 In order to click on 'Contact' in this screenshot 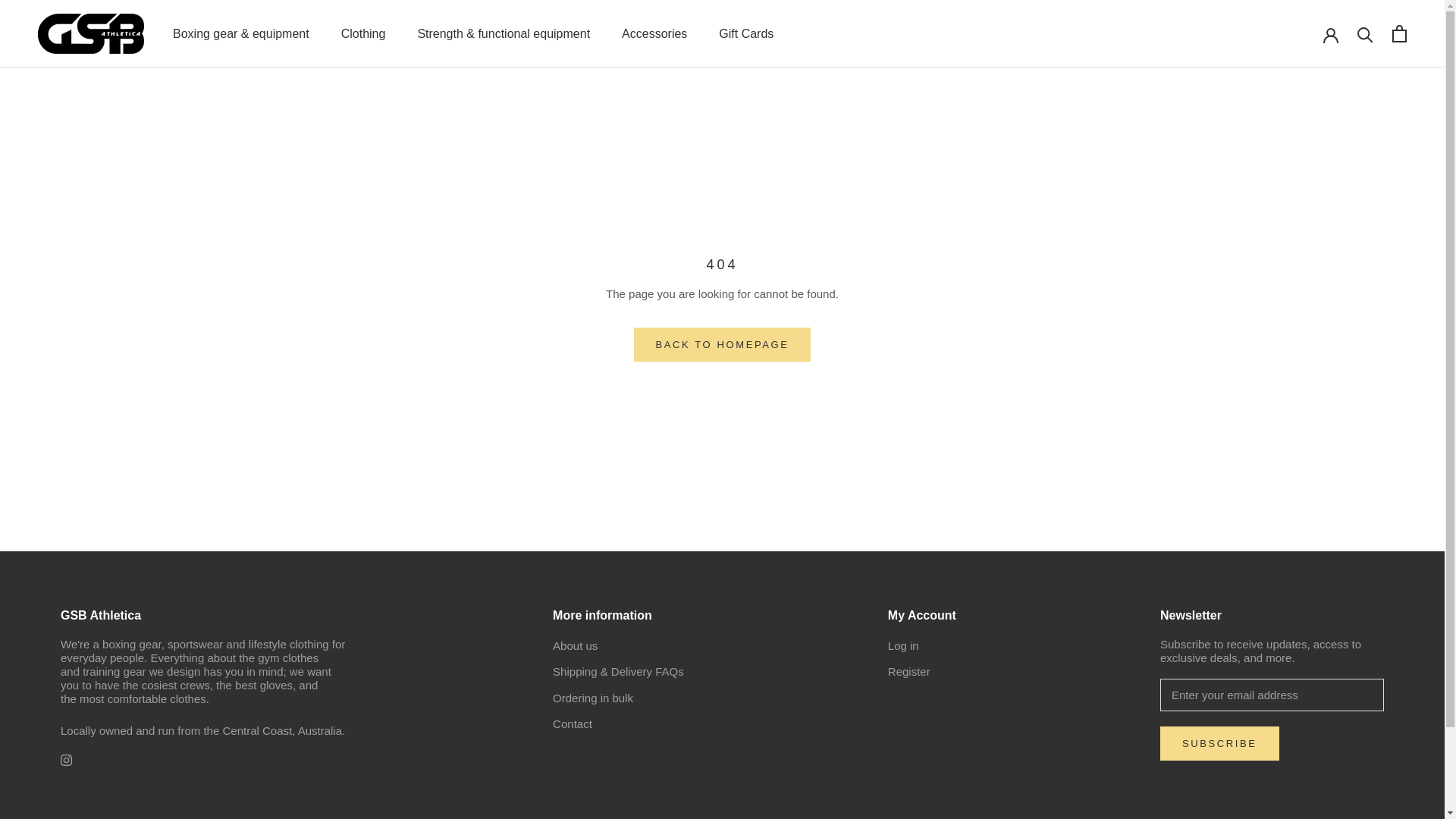, I will do `click(552, 723)`.